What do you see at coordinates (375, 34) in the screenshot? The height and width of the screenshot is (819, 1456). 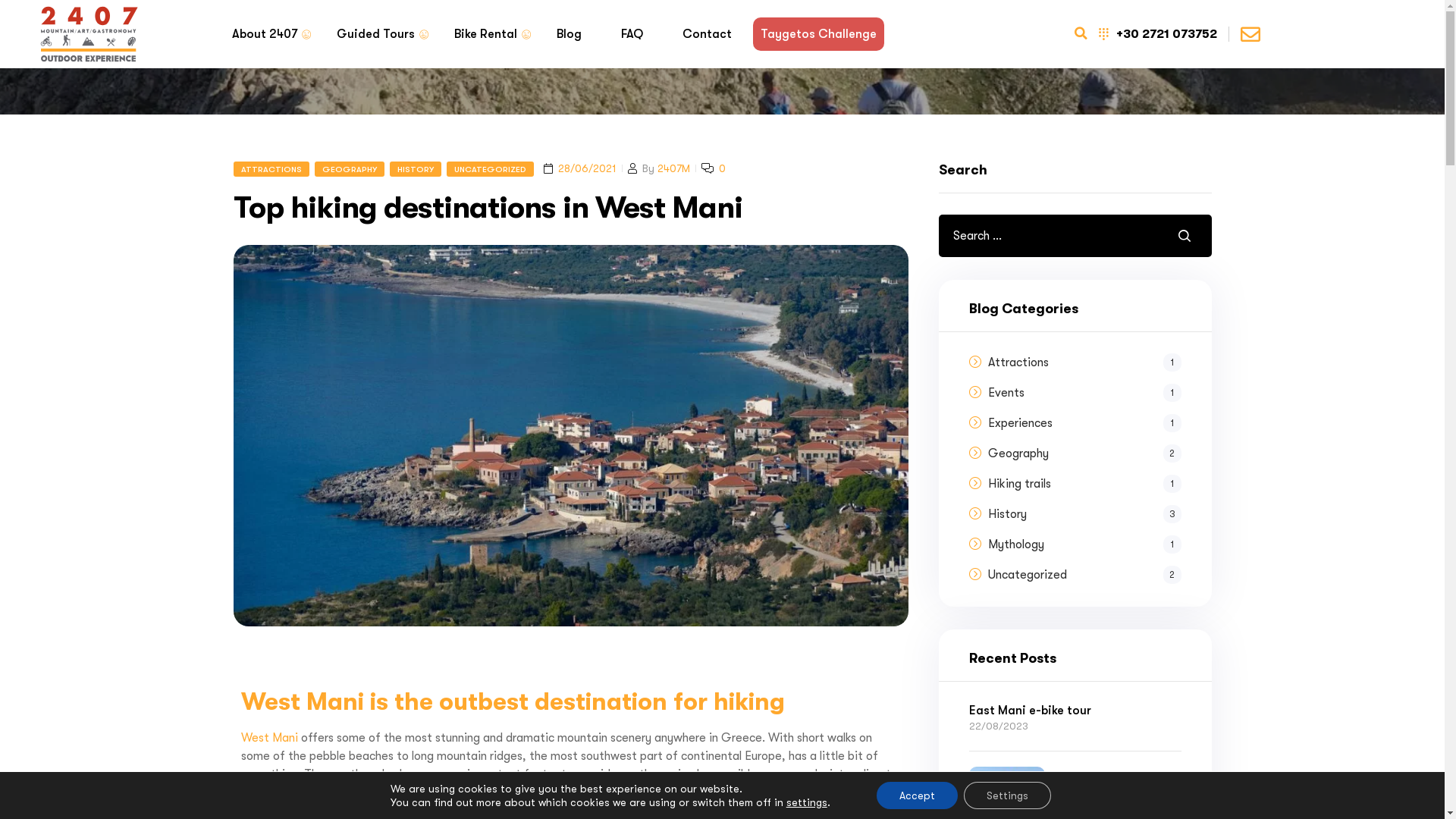 I see `'Guided Tours'` at bounding box center [375, 34].